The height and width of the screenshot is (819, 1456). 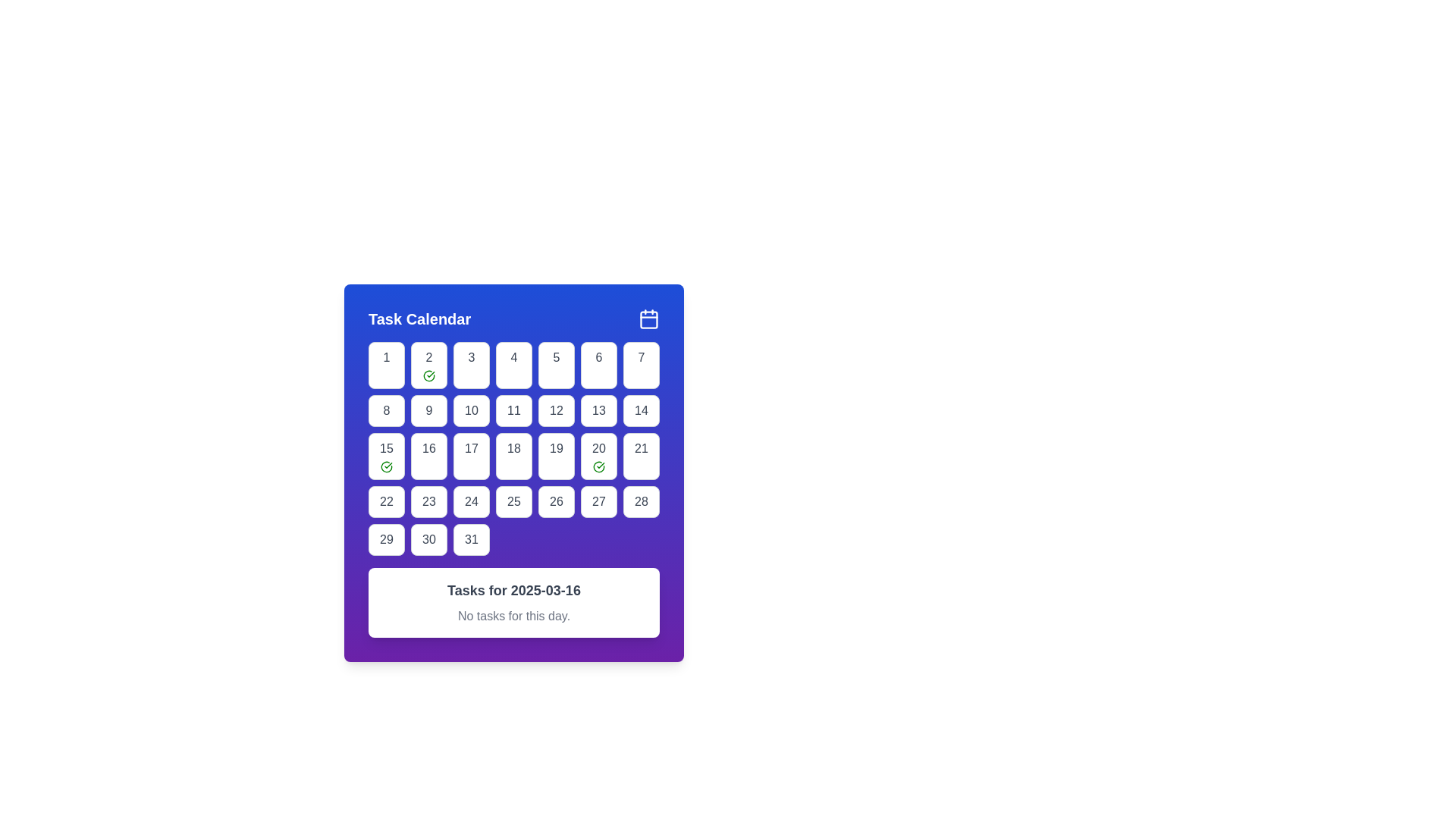 I want to click on the Calendar Day Cell displaying the number '2' with a green checkmark icon, so click(x=428, y=366).